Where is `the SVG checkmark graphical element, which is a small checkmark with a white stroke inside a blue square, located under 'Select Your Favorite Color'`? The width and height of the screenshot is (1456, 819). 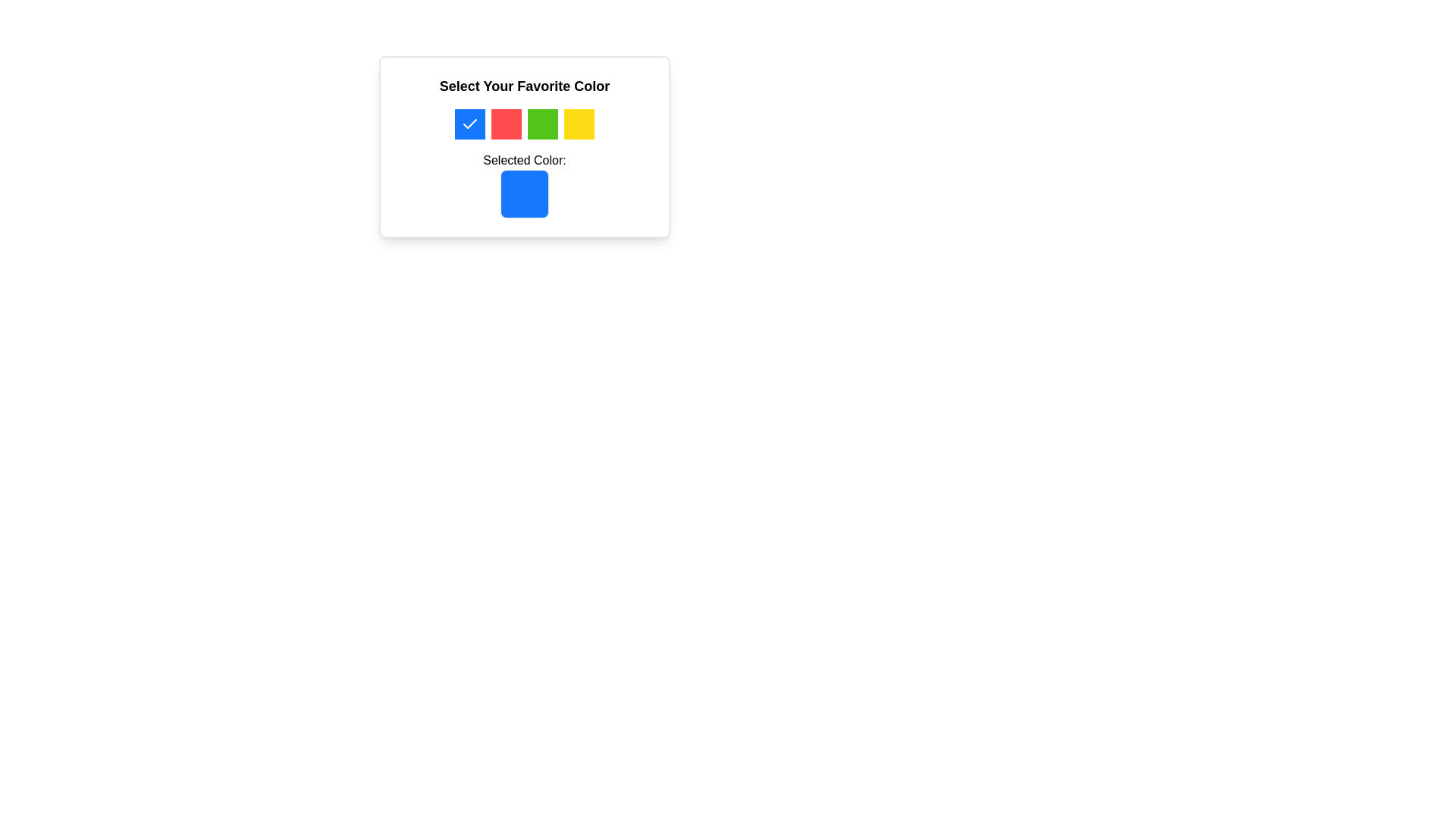 the SVG checkmark graphical element, which is a small checkmark with a white stroke inside a blue square, located under 'Select Your Favorite Color' is located at coordinates (469, 123).